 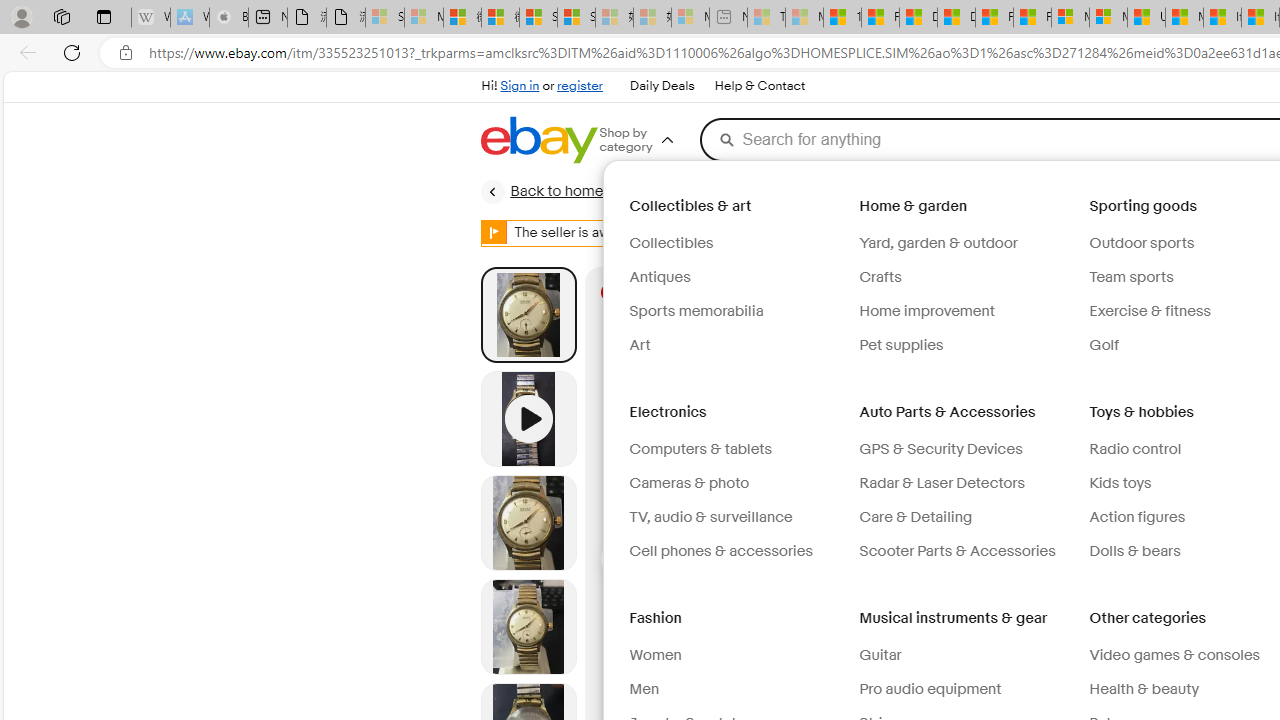 What do you see at coordinates (1137, 516) in the screenshot?
I see `'Action figures'` at bounding box center [1137, 516].